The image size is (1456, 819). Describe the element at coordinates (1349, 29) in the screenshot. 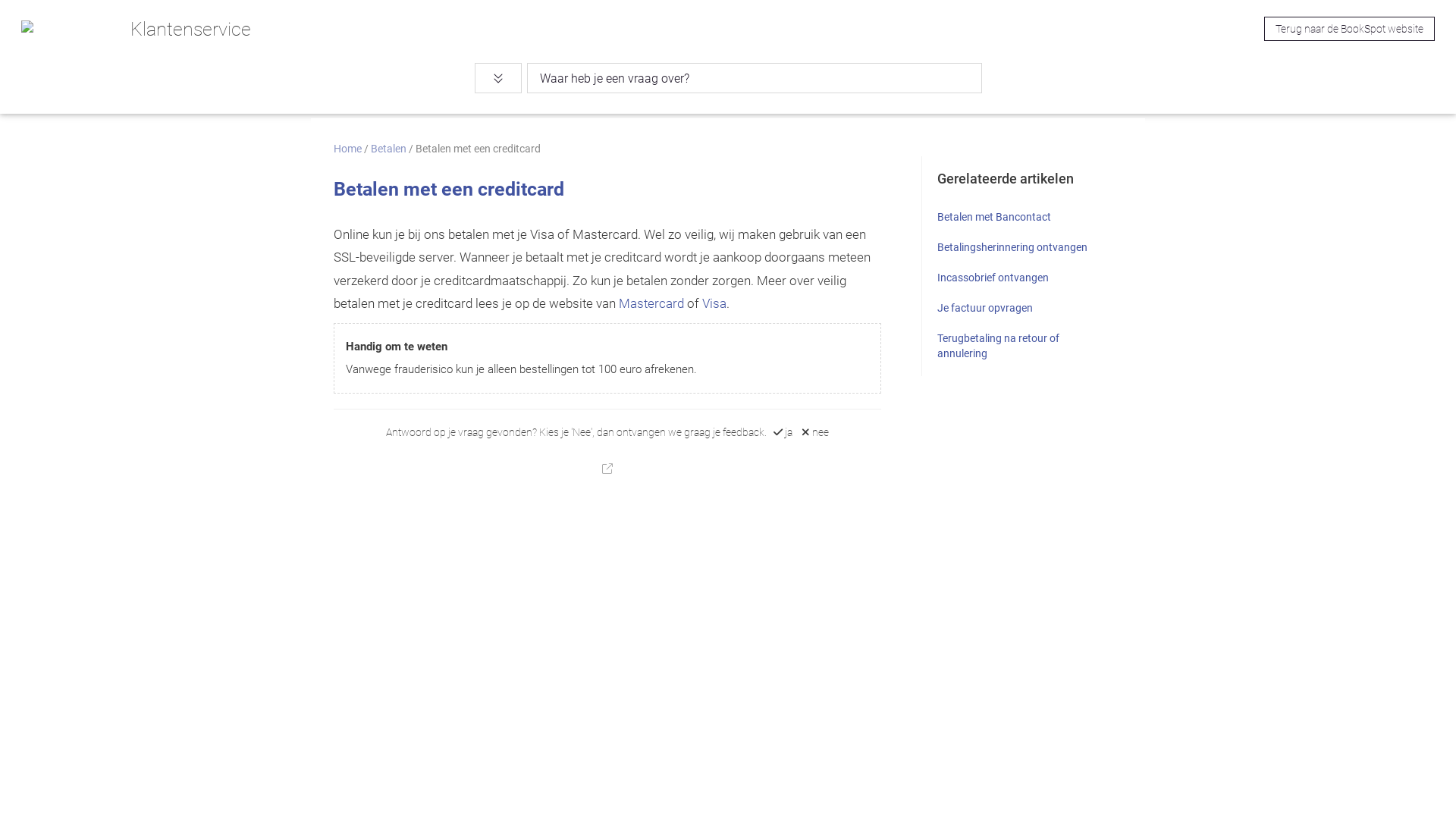

I see `'Terug naar de BookSpot website'` at that location.